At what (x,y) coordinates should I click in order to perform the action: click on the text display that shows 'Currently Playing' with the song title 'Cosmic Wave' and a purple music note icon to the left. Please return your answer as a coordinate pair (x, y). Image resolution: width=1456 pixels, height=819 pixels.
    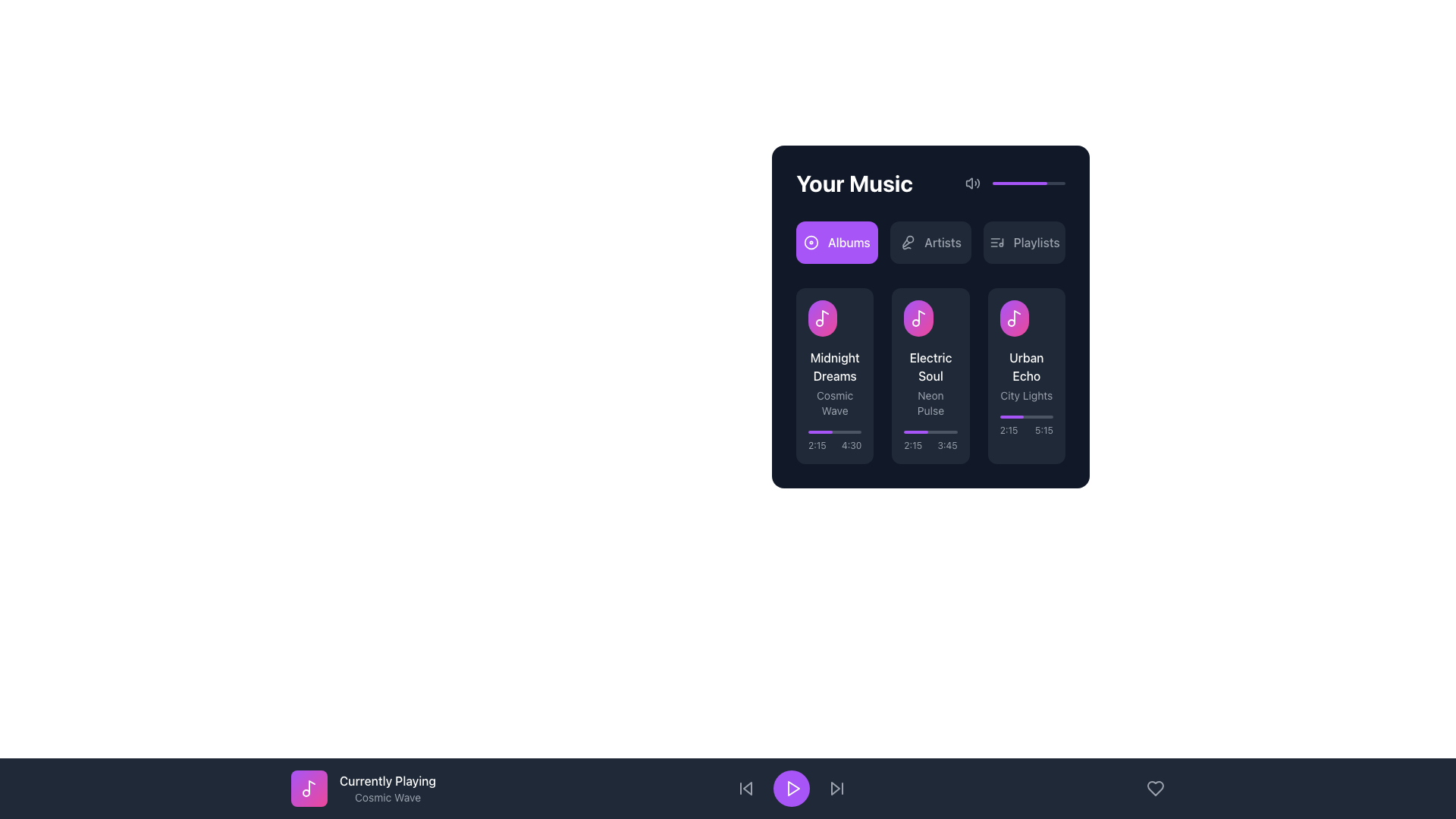
    Looking at the image, I should click on (362, 788).